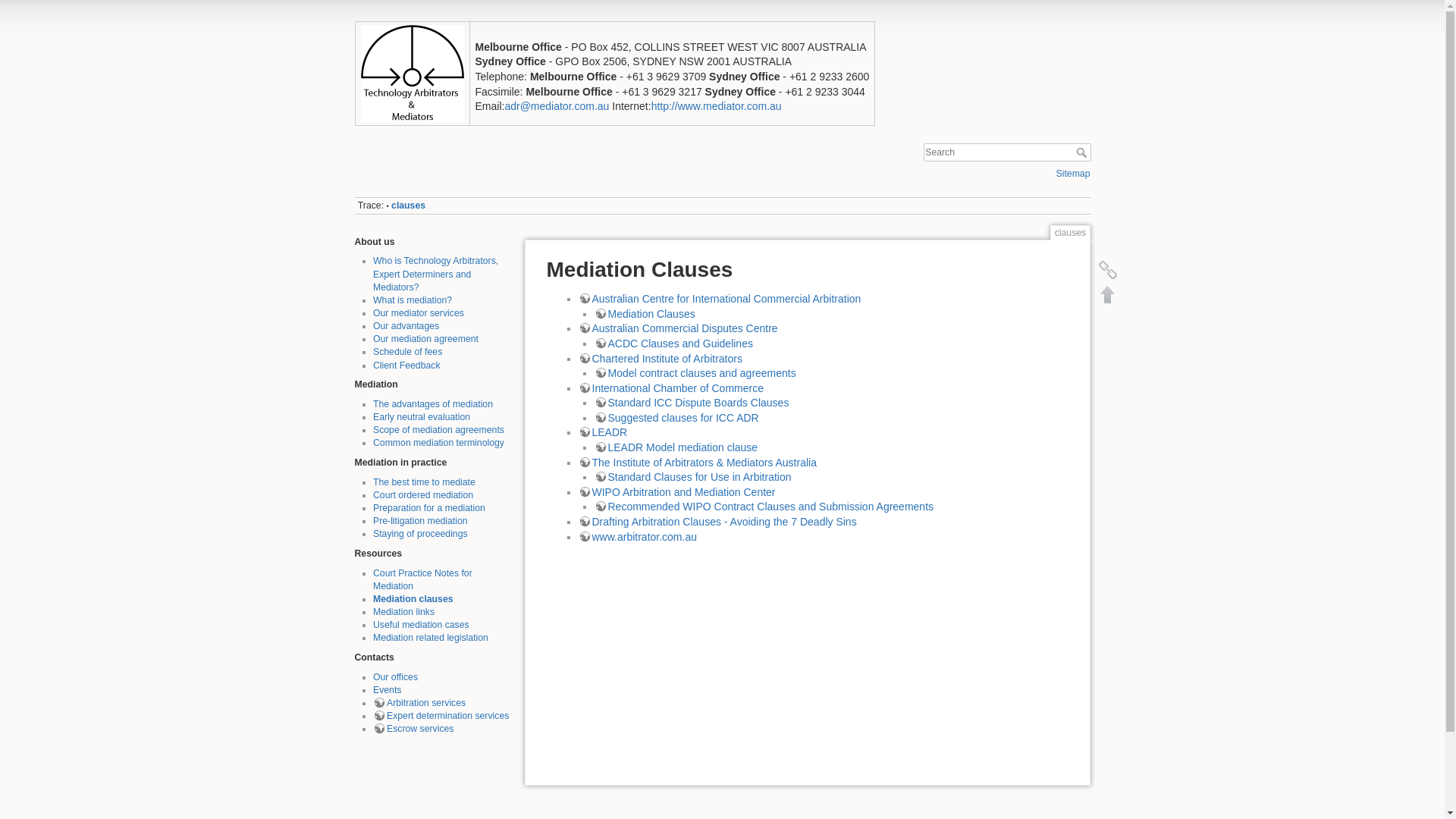 This screenshot has width=1456, height=819. Describe the element at coordinates (440, 716) in the screenshot. I see `'Expert determination services'` at that location.